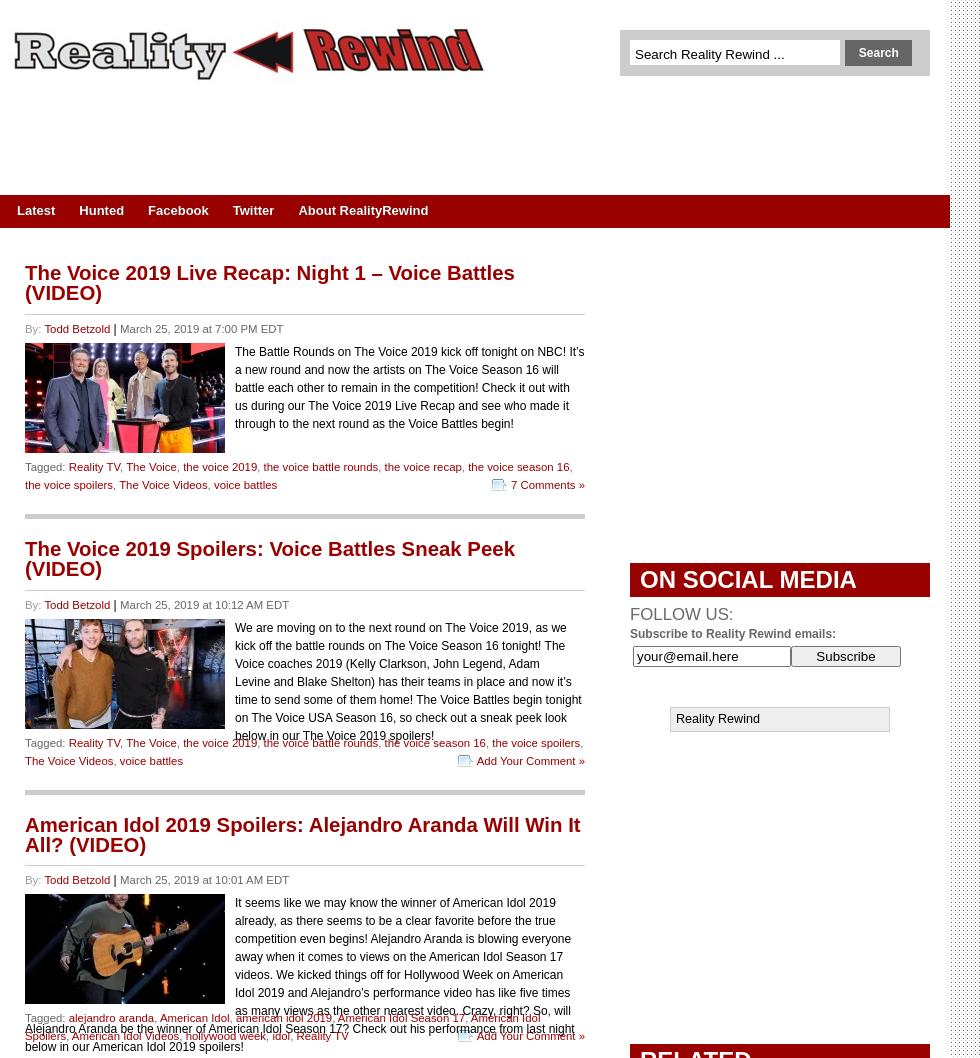 The image size is (980, 1058). What do you see at coordinates (684, 614) in the screenshot?
I see `'FOLLOW US:'` at bounding box center [684, 614].